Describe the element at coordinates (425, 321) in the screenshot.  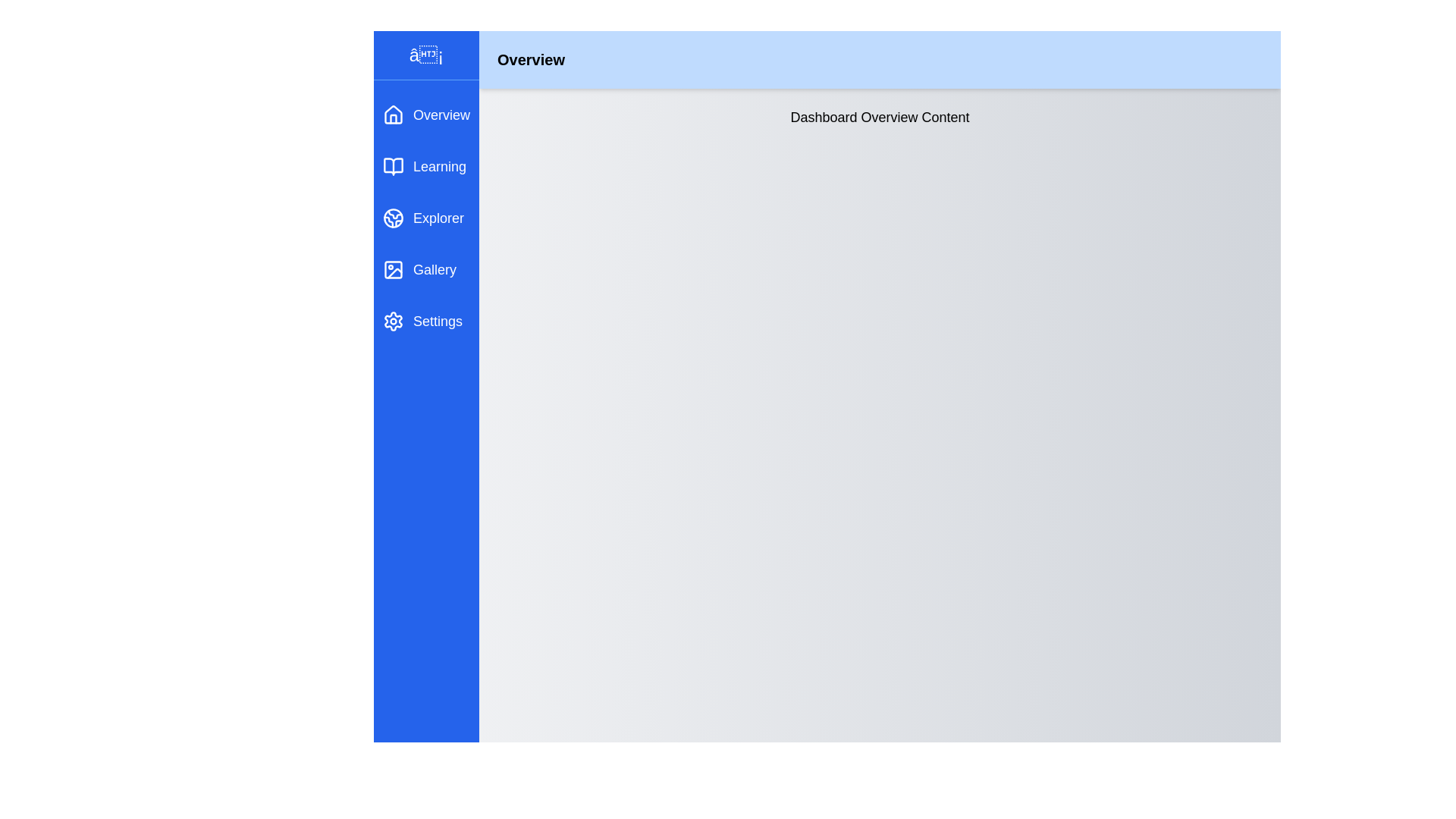
I see `the 'Settings' button in the left-aligned sidebar navigation menu` at that location.